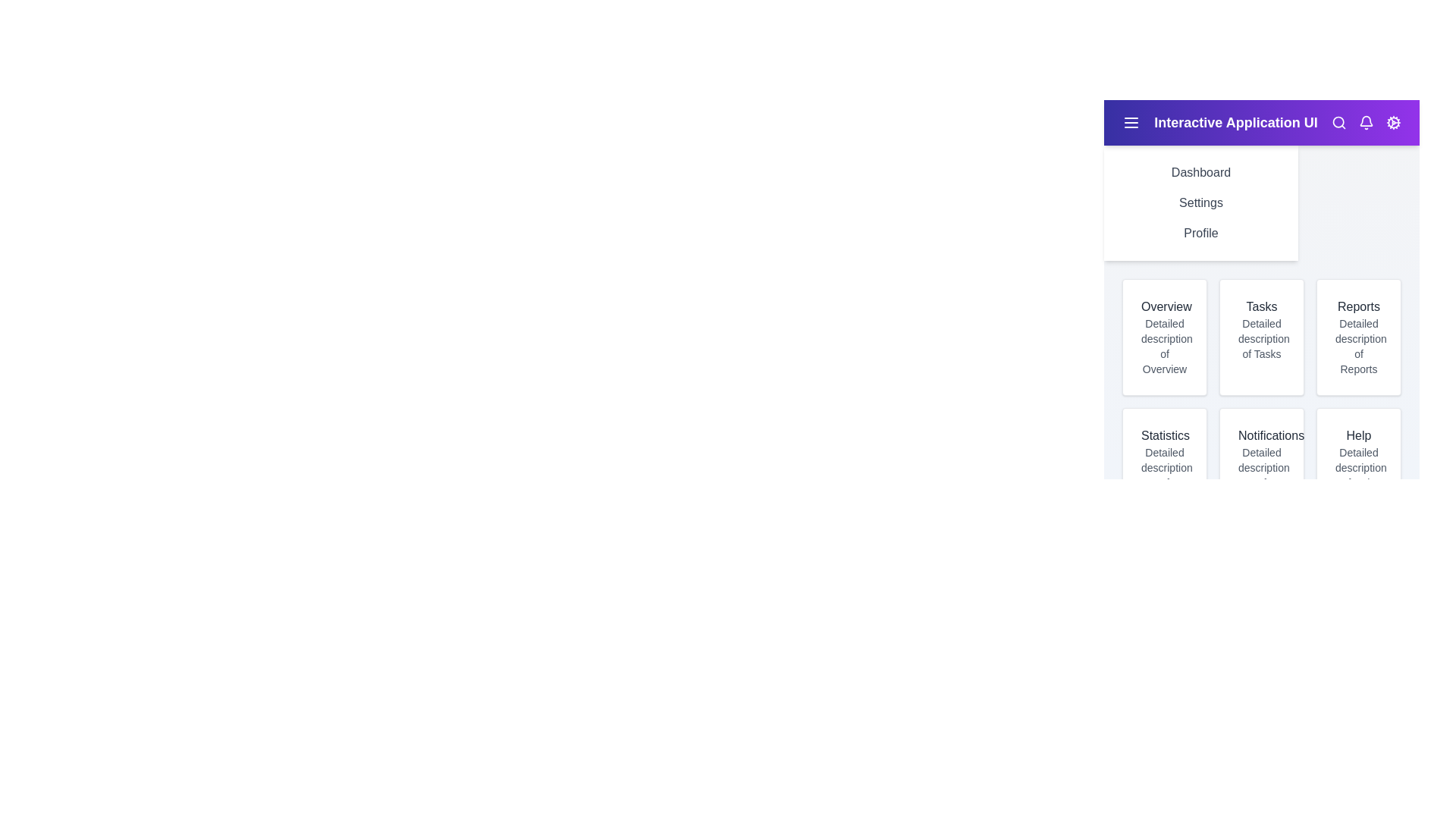 The height and width of the screenshot is (819, 1456). What do you see at coordinates (1200, 171) in the screenshot?
I see `the sidebar menu item Dashboard` at bounding box center [1200, 171].